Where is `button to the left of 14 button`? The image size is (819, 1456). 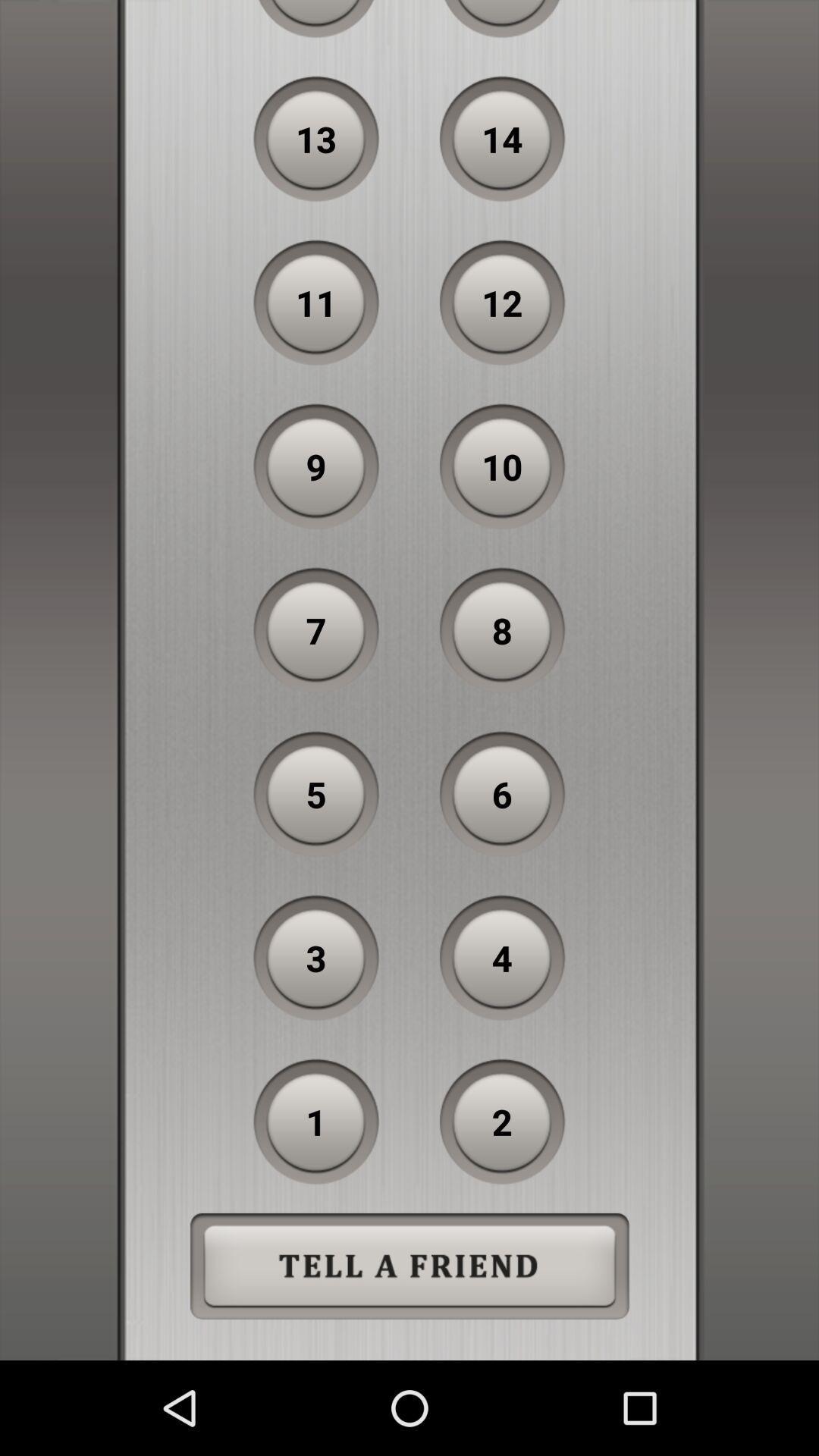
button to the left of 14 button is located at coordinates (315, 139).